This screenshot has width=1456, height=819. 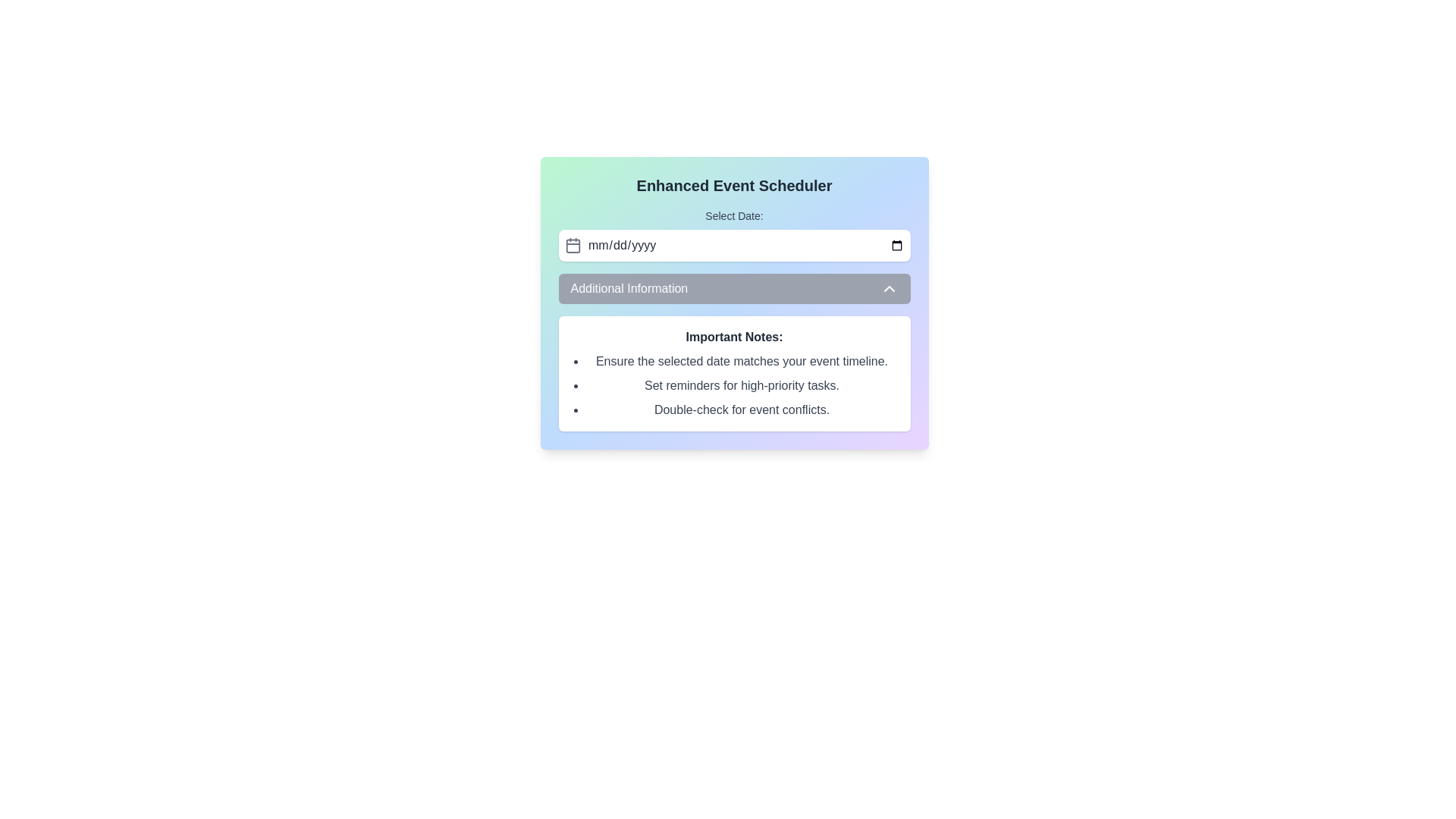 What do you see at coordinates (742, 409) in the screenshot?
I see `the text label that says 'Double-check for event conflicts.' which is the last entry in the bulleted list within the 'Important Notes' section of the 'Enhanced Event Scheduler.'` at bounding box center [742, 409].